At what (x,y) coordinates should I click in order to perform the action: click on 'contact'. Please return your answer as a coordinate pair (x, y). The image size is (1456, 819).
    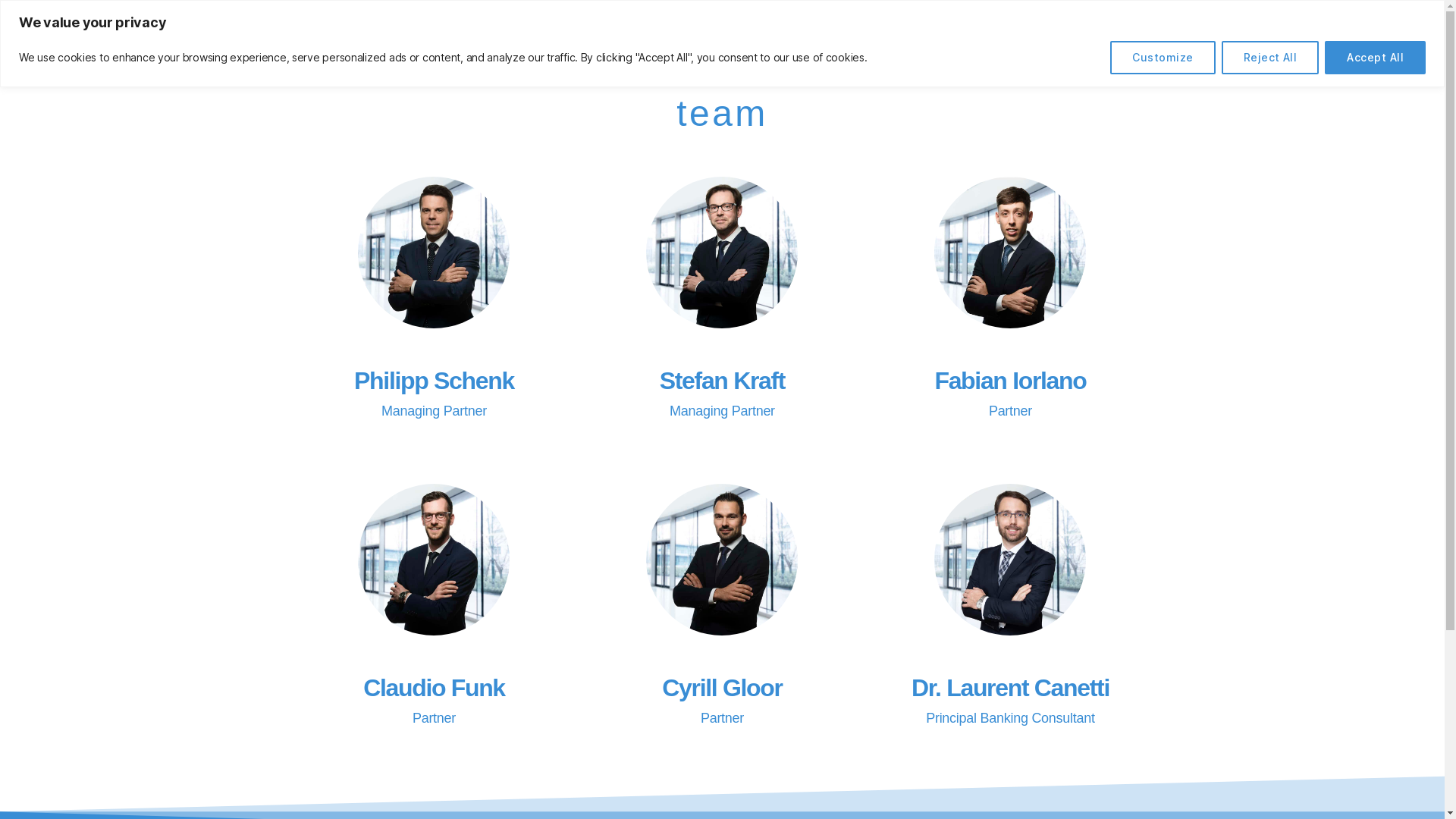
    Looking at the image, I should click on (1307, 36).